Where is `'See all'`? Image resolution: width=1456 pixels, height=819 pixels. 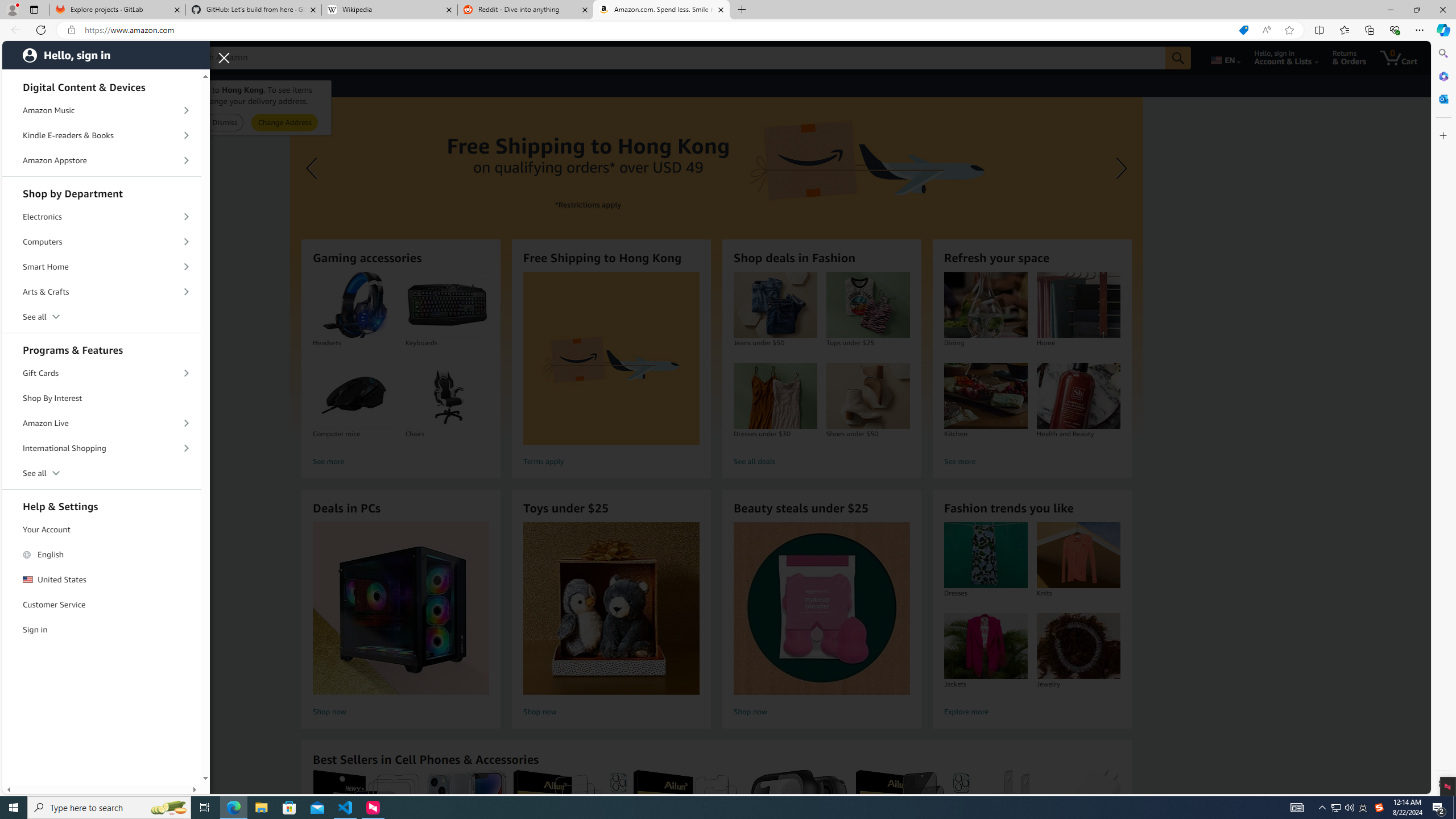
'See all' is located at coordinates (102, 473).